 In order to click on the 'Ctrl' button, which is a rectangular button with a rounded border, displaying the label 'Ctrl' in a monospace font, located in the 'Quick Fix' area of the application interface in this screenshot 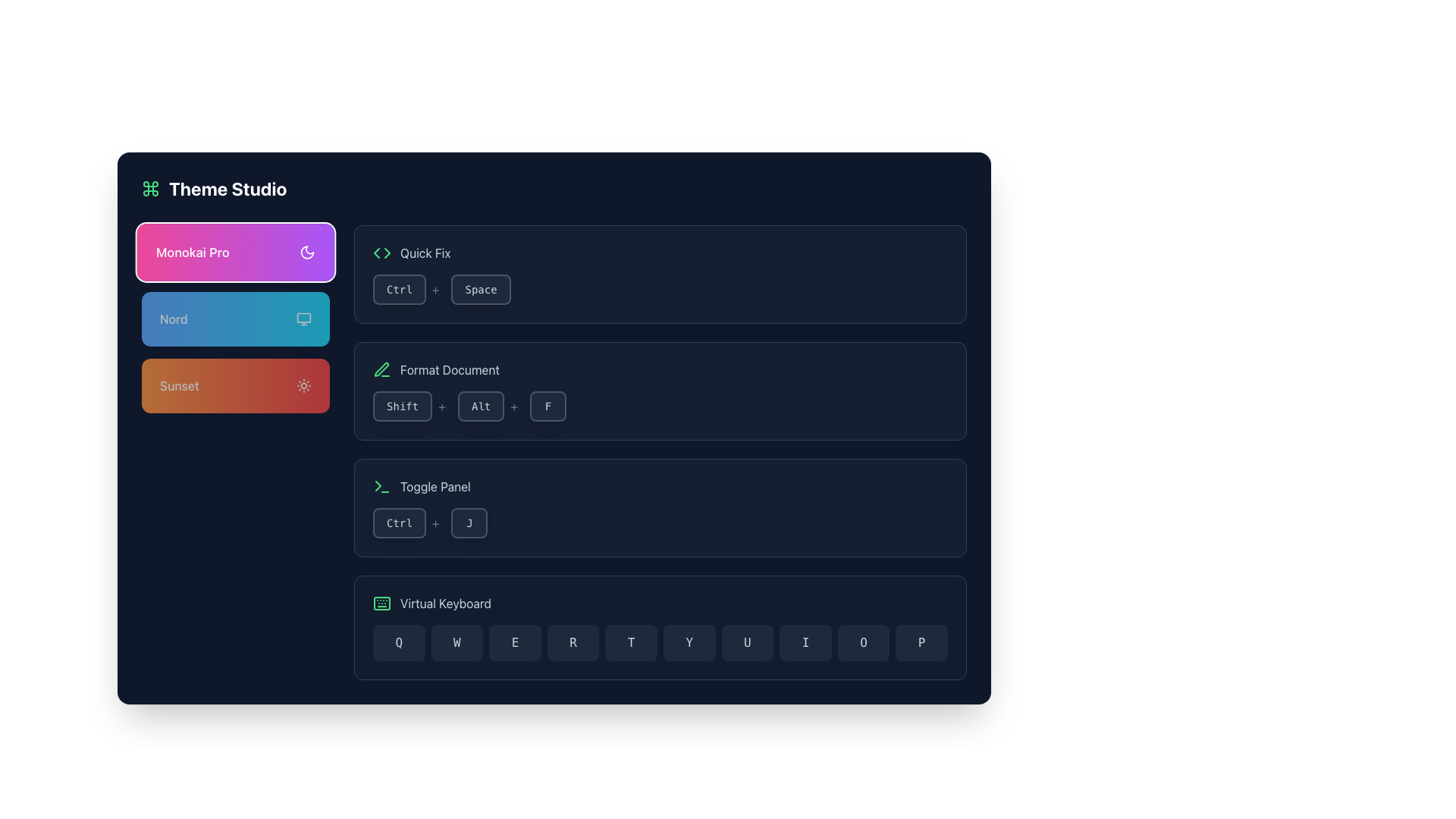, I will do `click(399, 289)`.